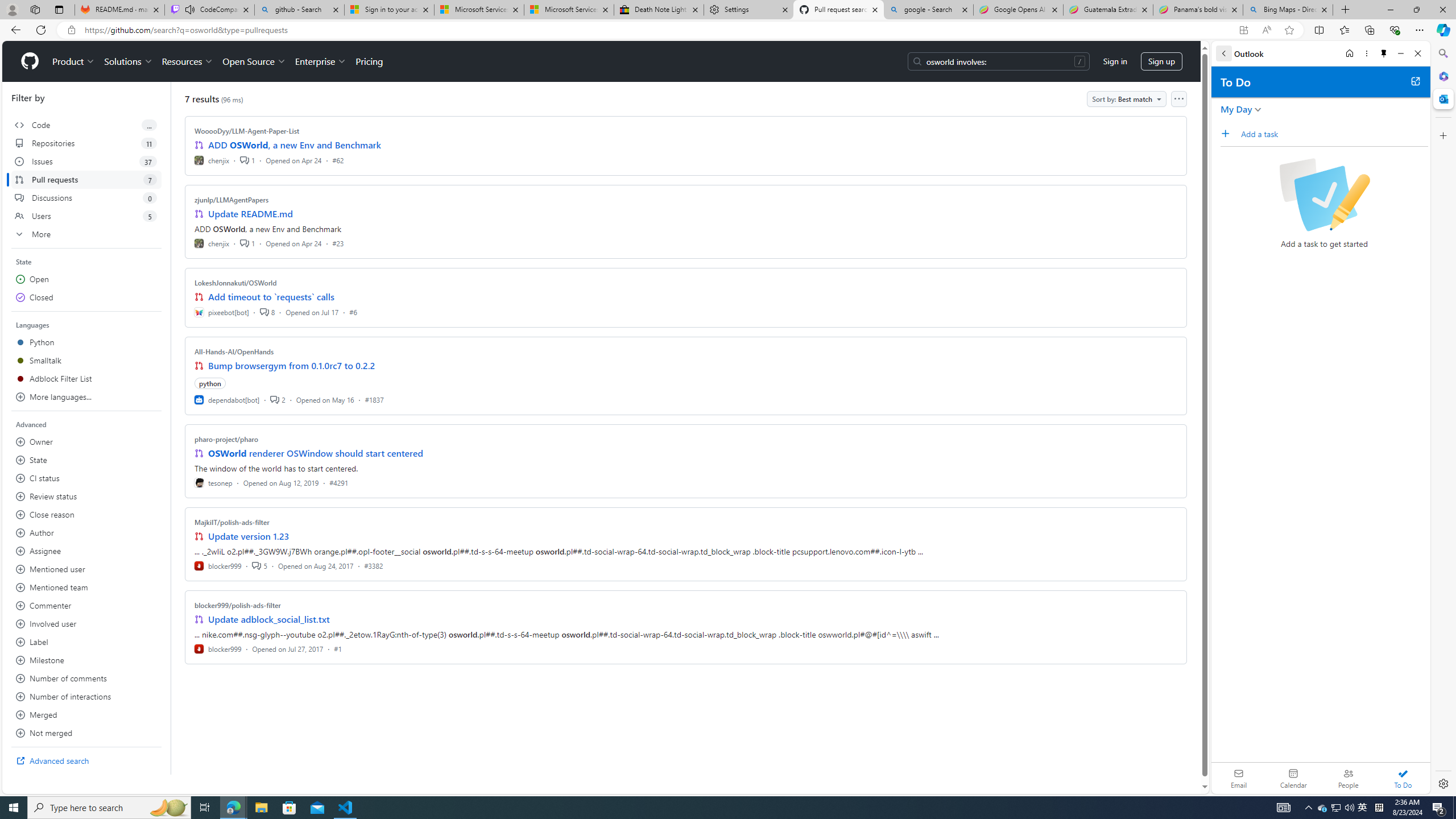  Describe the element at coordinates (1347, 777) in the screenshot. I see `'People'` at that location.